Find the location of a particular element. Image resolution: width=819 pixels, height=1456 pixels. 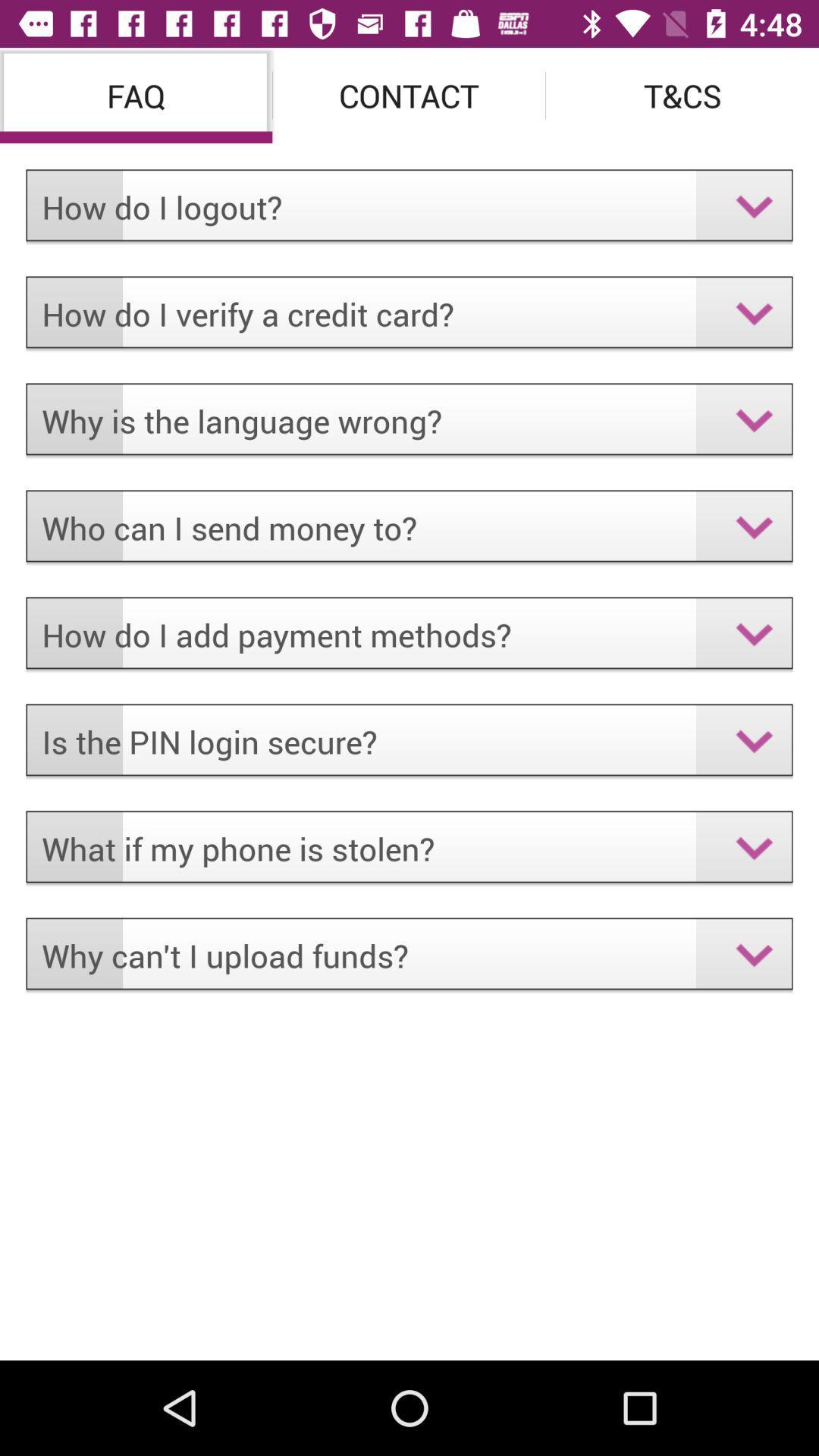

contact is located at coordinates (408, 94).